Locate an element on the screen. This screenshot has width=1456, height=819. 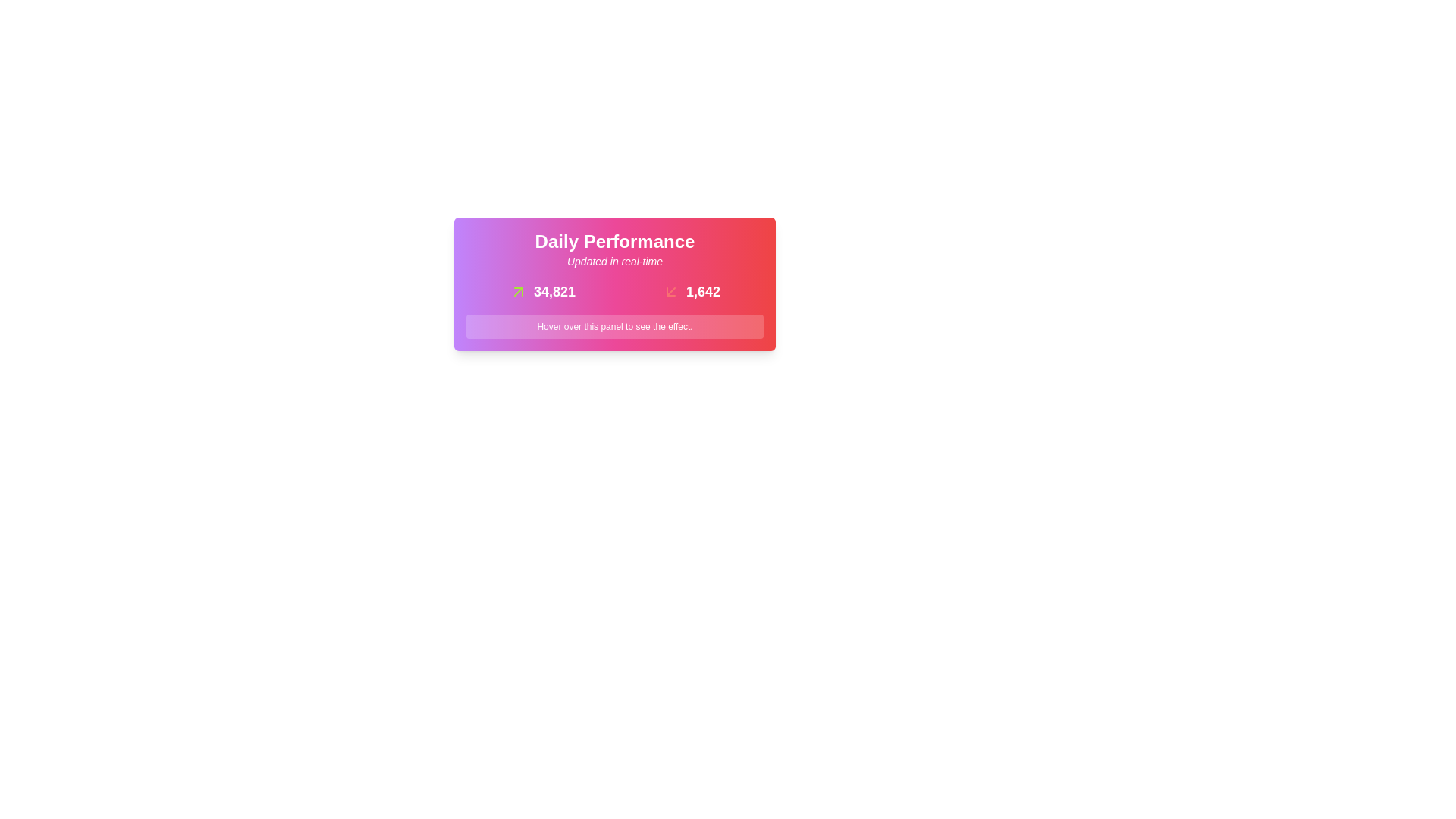
the downward trend icon located to the left of the numerical data '1,642' for its contextual meaning is located at coordinates (670, 292).